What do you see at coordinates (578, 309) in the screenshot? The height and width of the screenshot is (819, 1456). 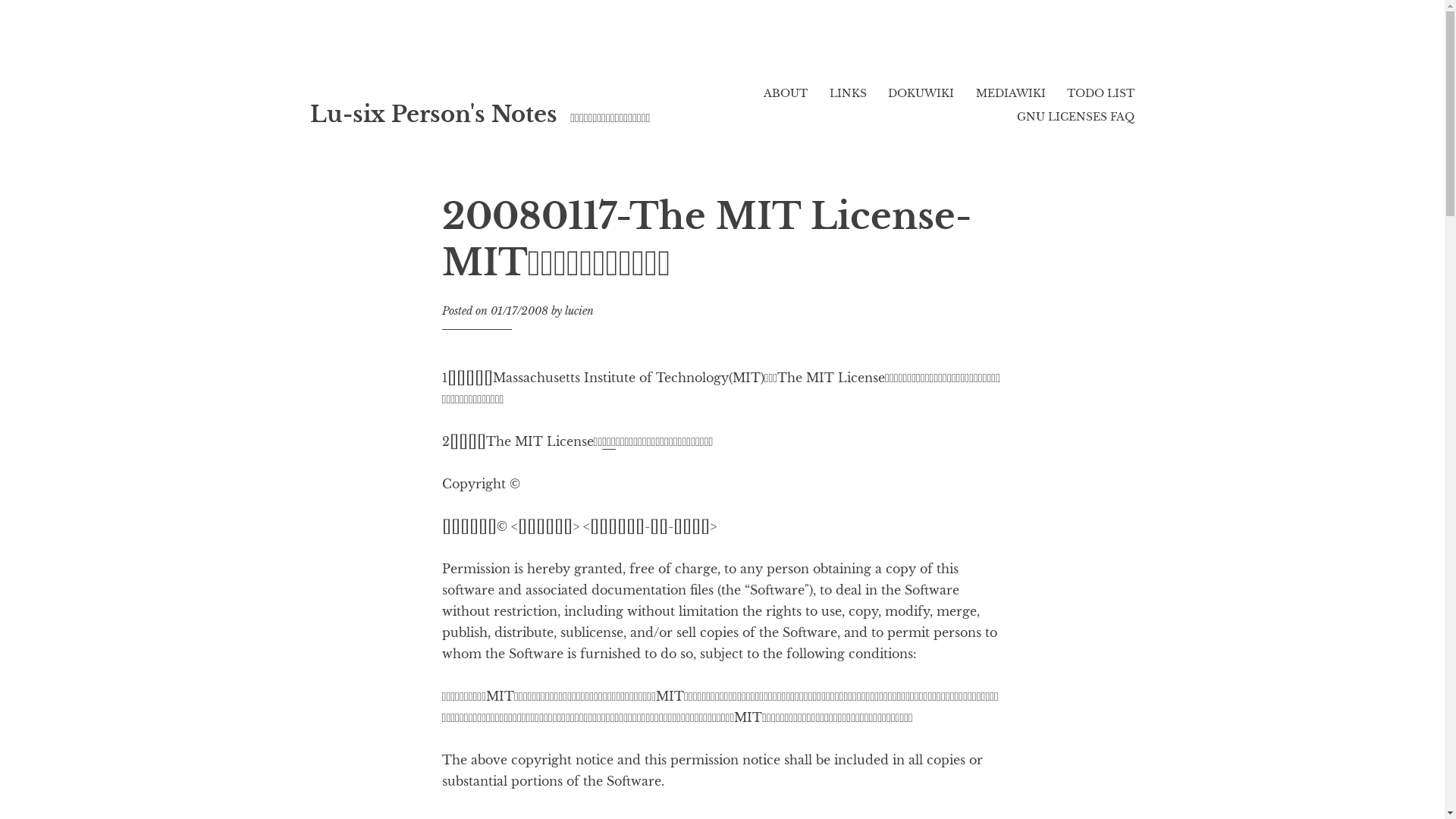 I see `'lucien'` at bounding box center [578, 309].